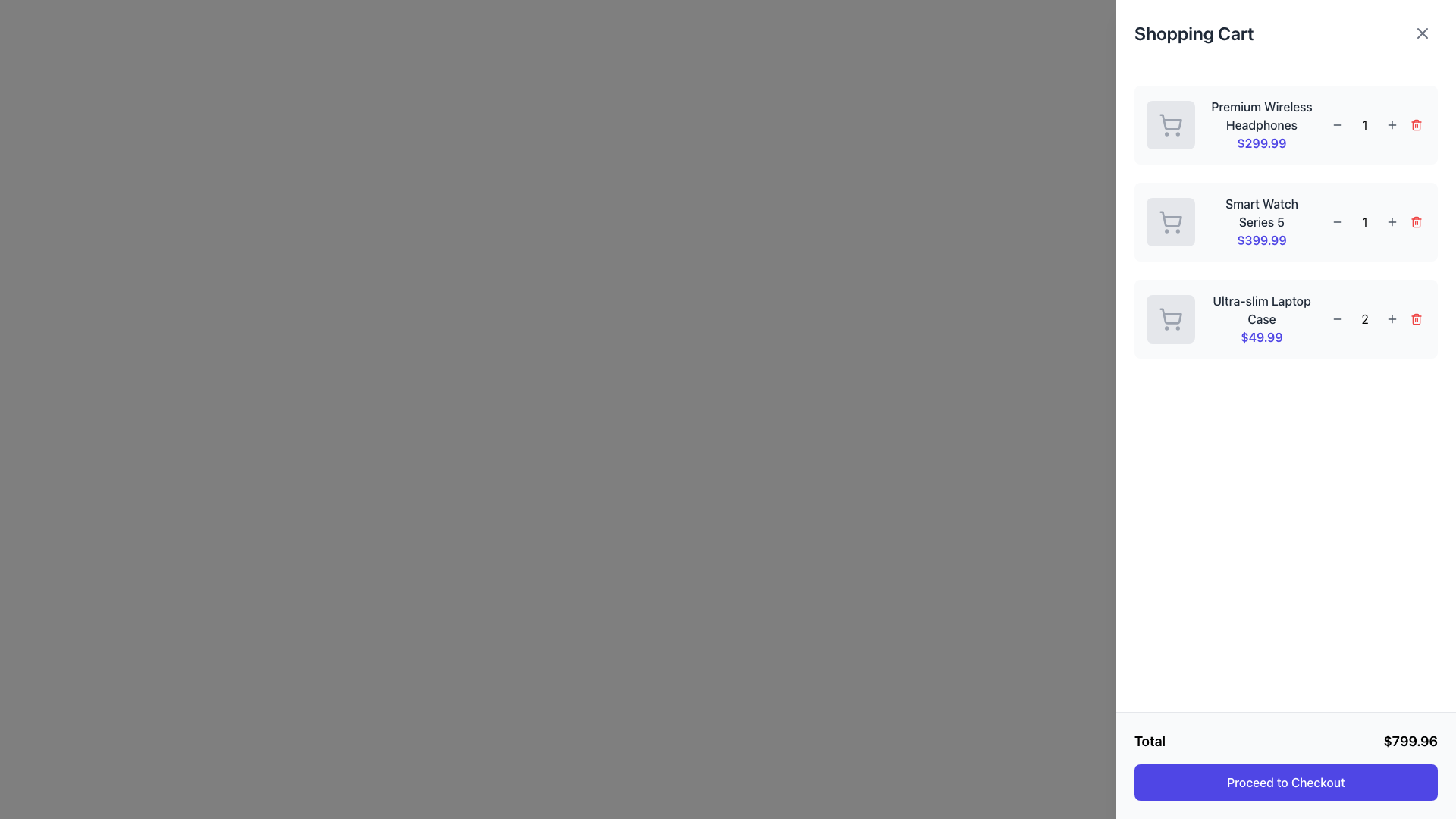 The image size is (1456, 819). What do you see at coordinates (1285, 783) in the screenshot?
I see `the 'Proceed to Checkout' button, which is a rectangular button with a purple background and white text, located at the bottom of the shopping cart panel, below the total price display` at bounding box center [1285, 783].